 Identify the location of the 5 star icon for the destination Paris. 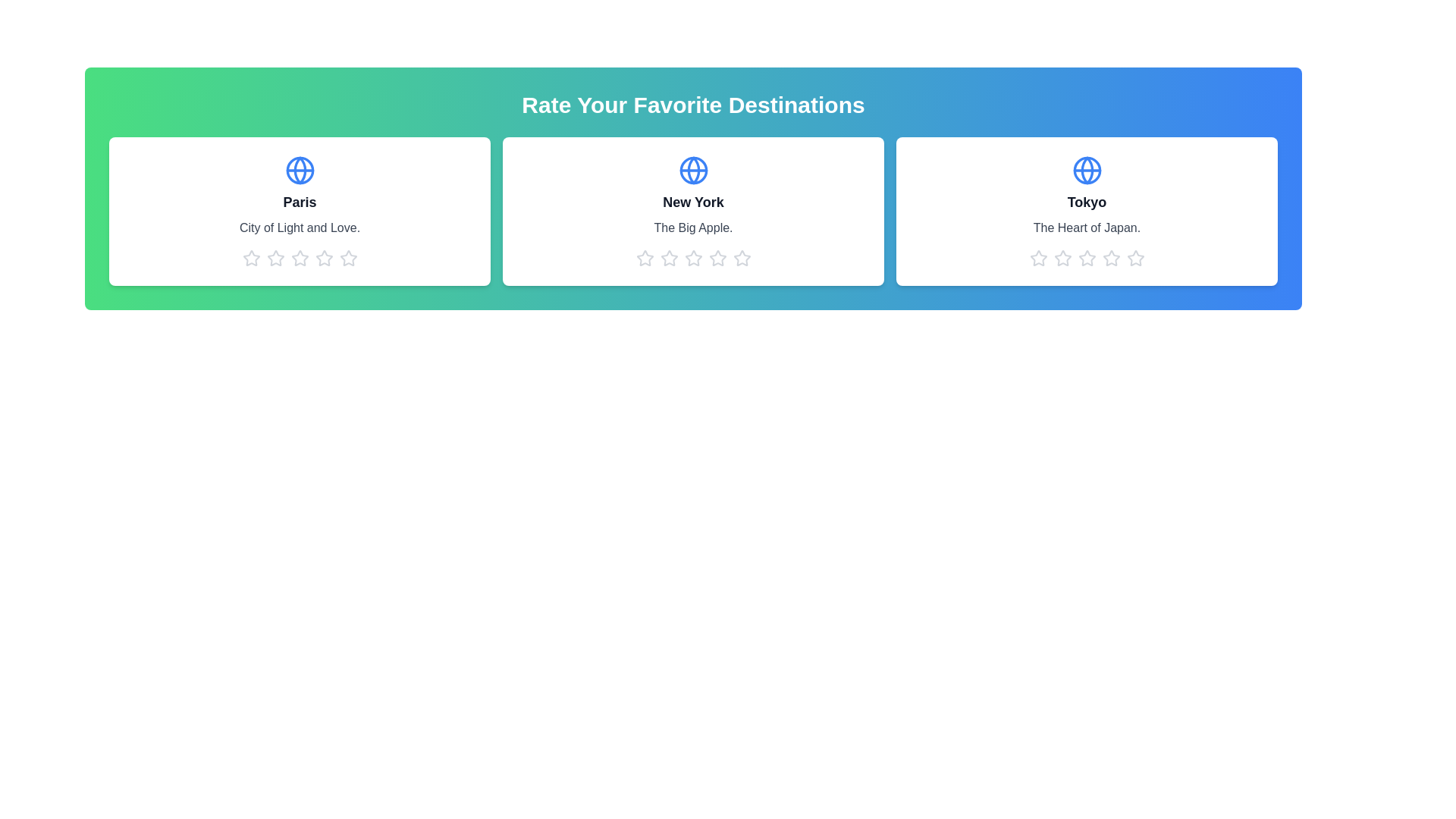
(347, 257).